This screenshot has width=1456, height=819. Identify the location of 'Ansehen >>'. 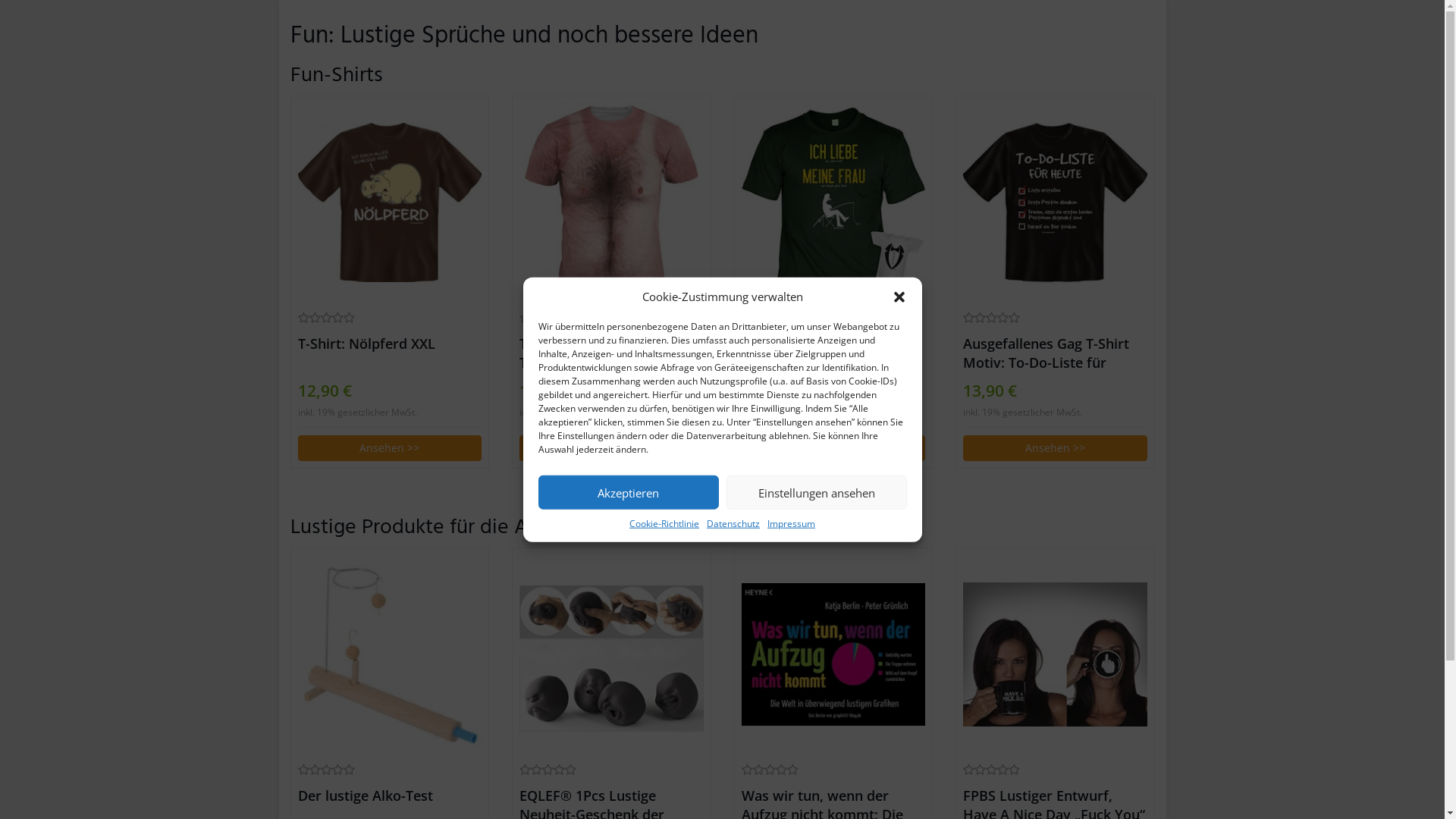
(962, 447).